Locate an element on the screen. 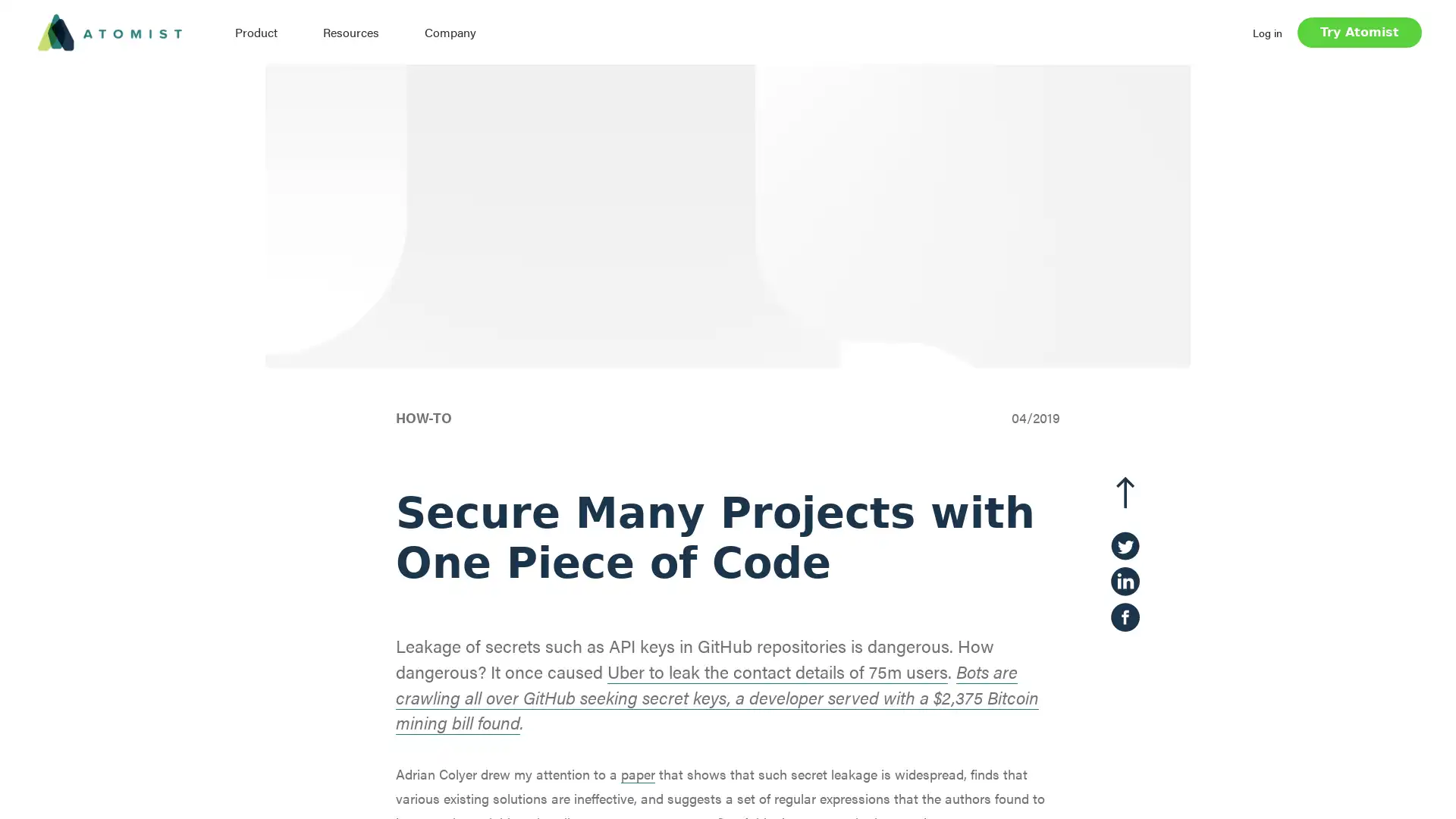 The height and width of the screenshot is (819, 1456). Open Intercom Messenger is located at coordinates (1417, 780).